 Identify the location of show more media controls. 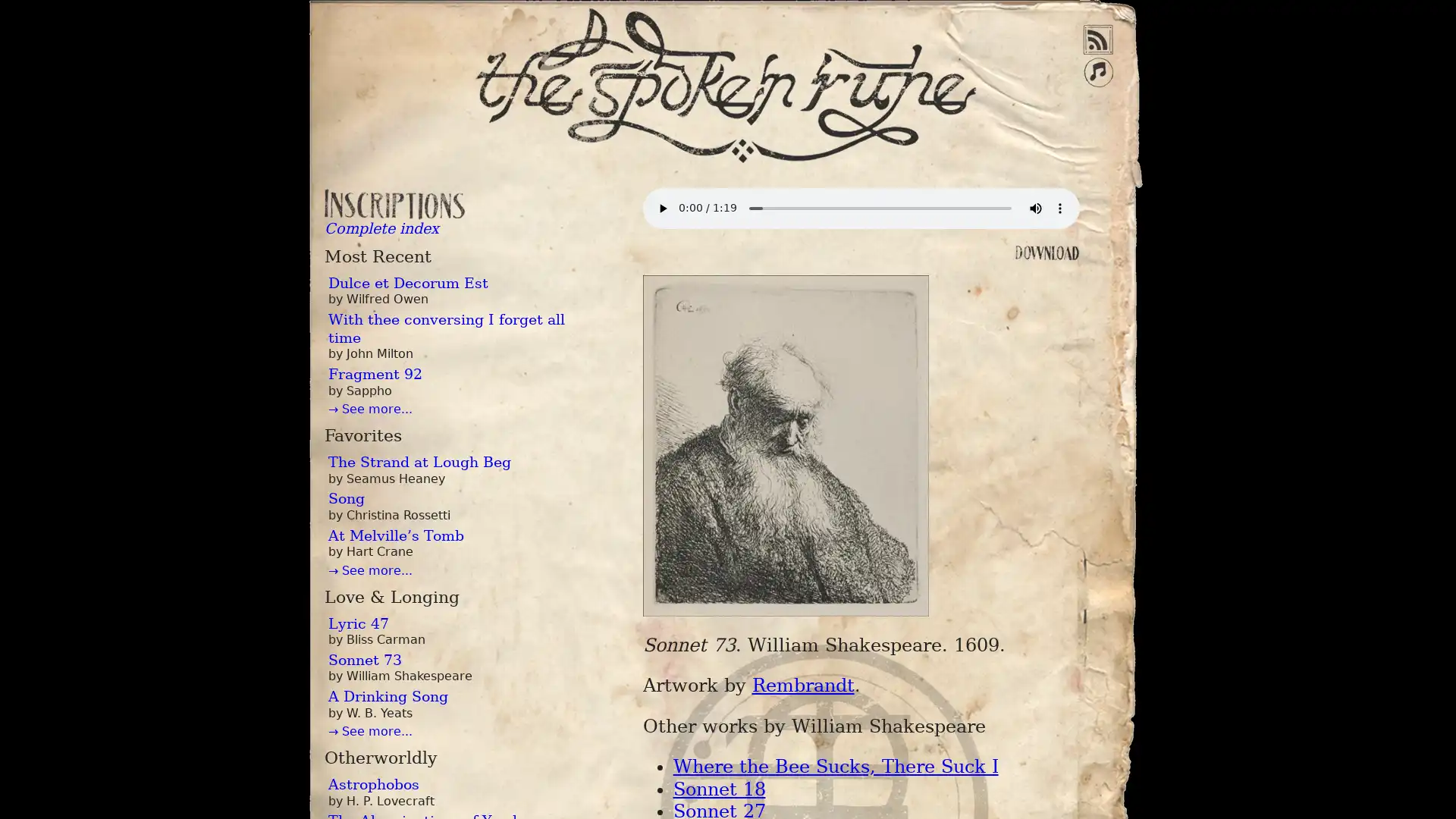
(1058, 208).